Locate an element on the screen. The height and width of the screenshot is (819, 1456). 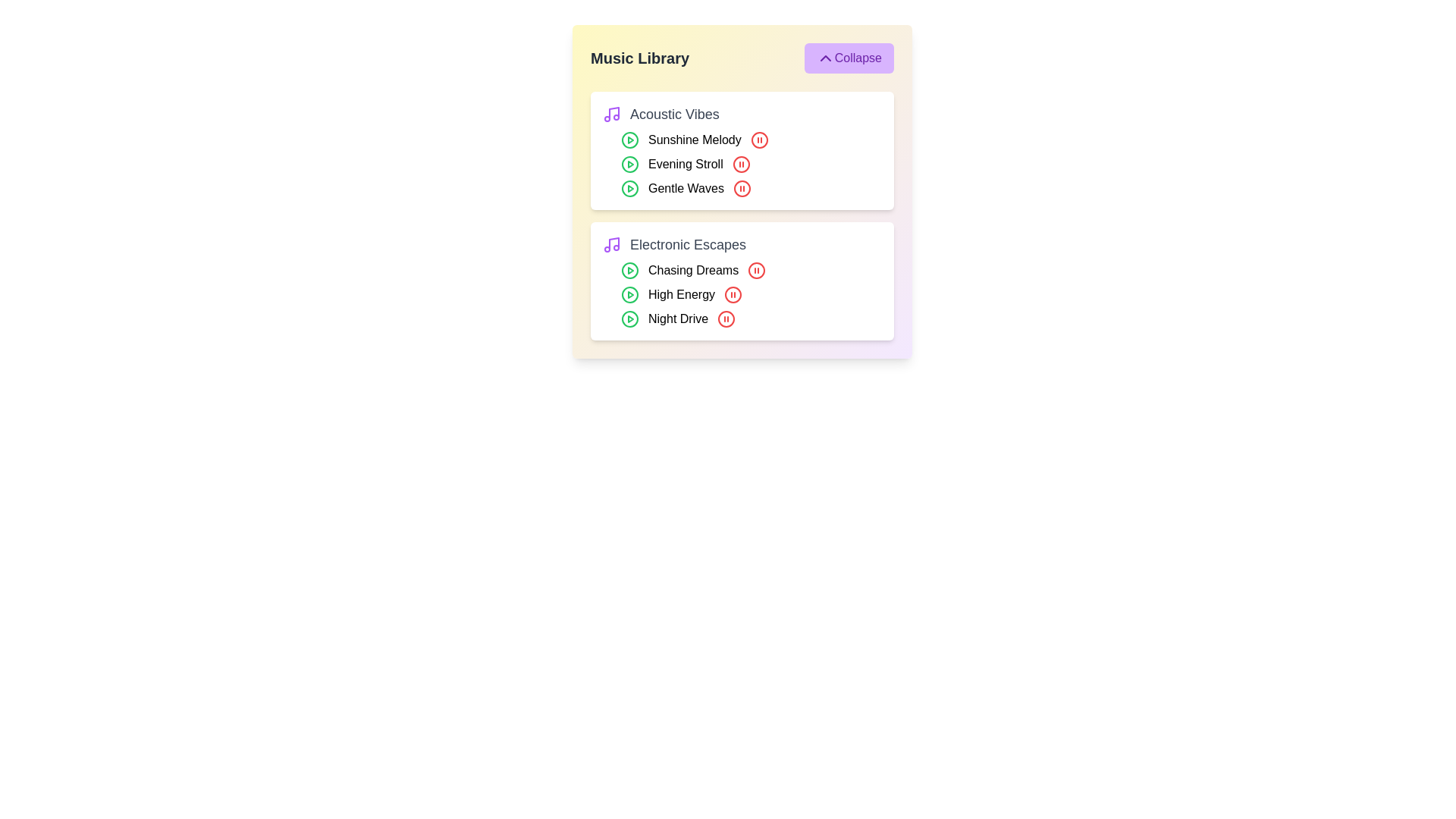
the play button for the track Night Drive is located at coordinates (629, 318).